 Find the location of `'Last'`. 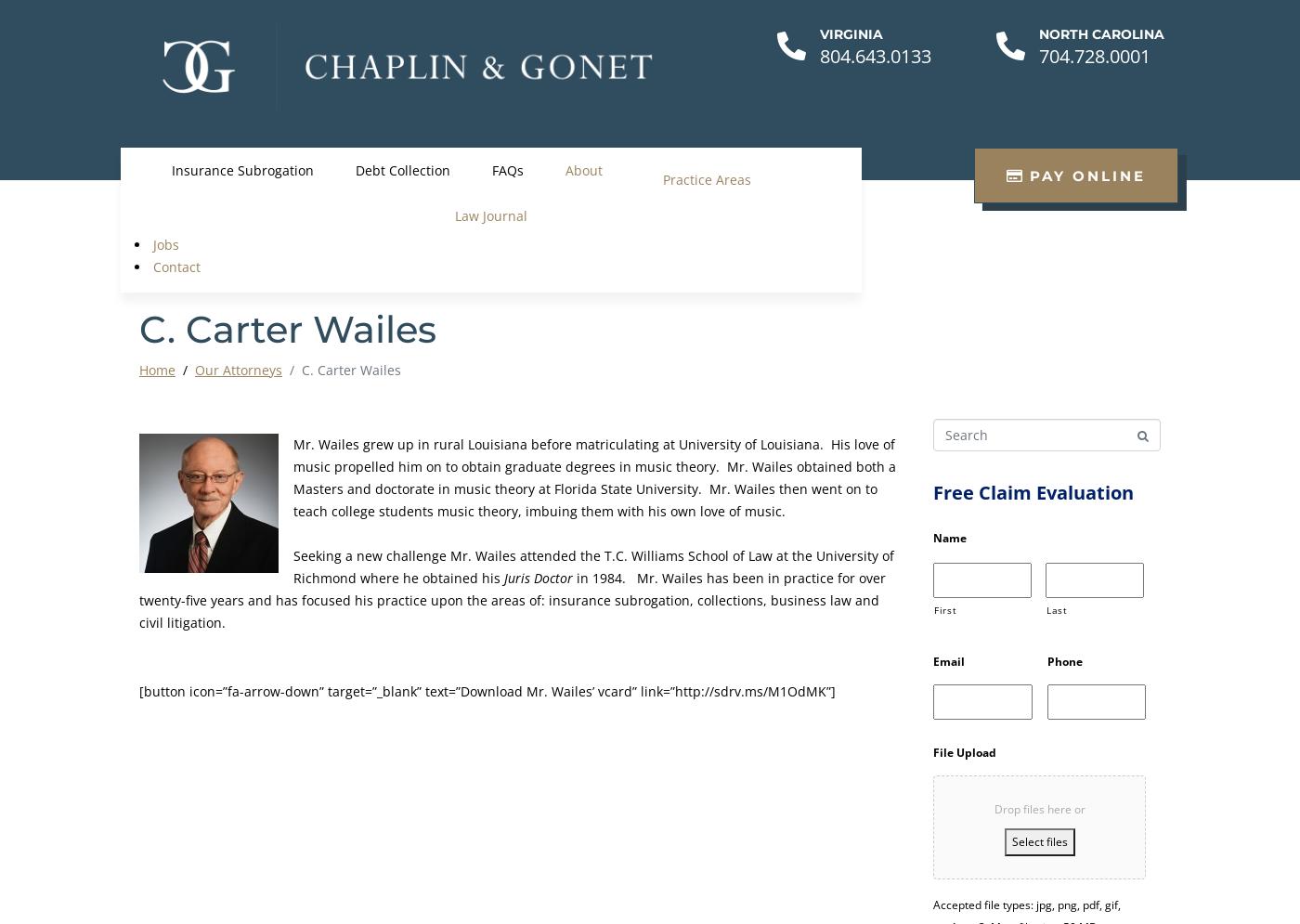

'Last' is located at coordinates (1057, 608).